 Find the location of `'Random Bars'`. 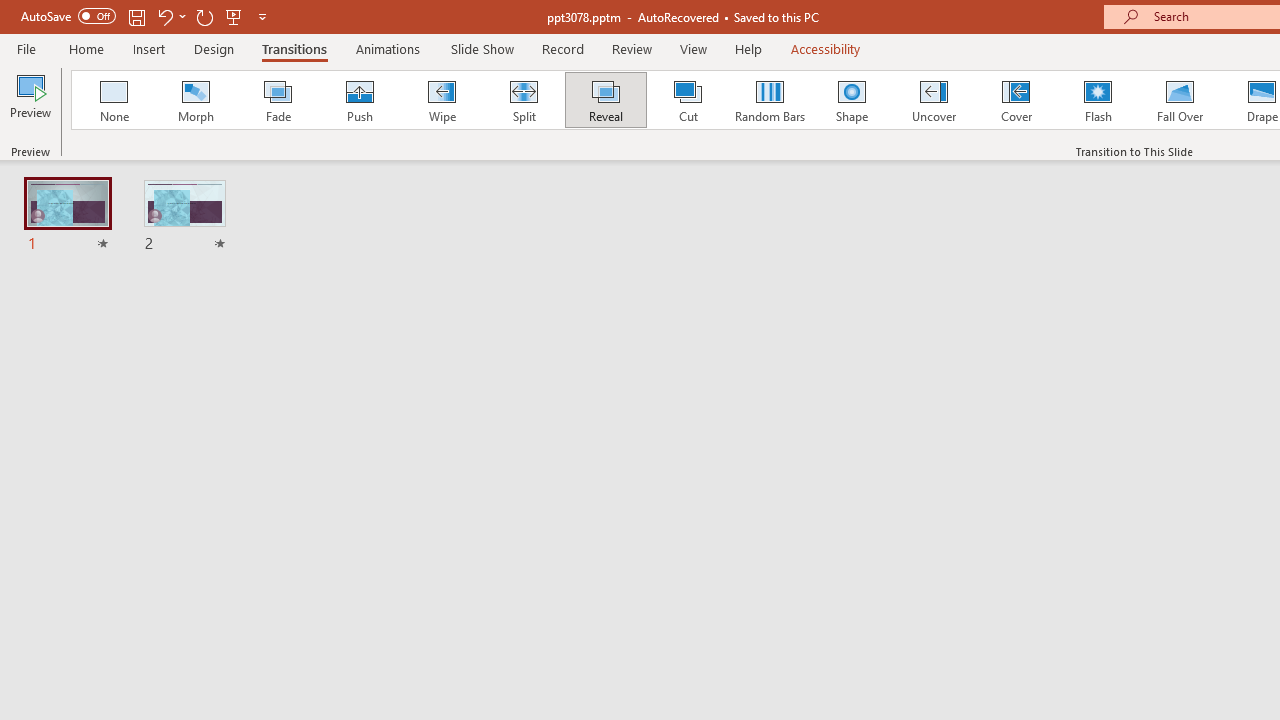

'Random Bars' is located at coordinates (769, 100).